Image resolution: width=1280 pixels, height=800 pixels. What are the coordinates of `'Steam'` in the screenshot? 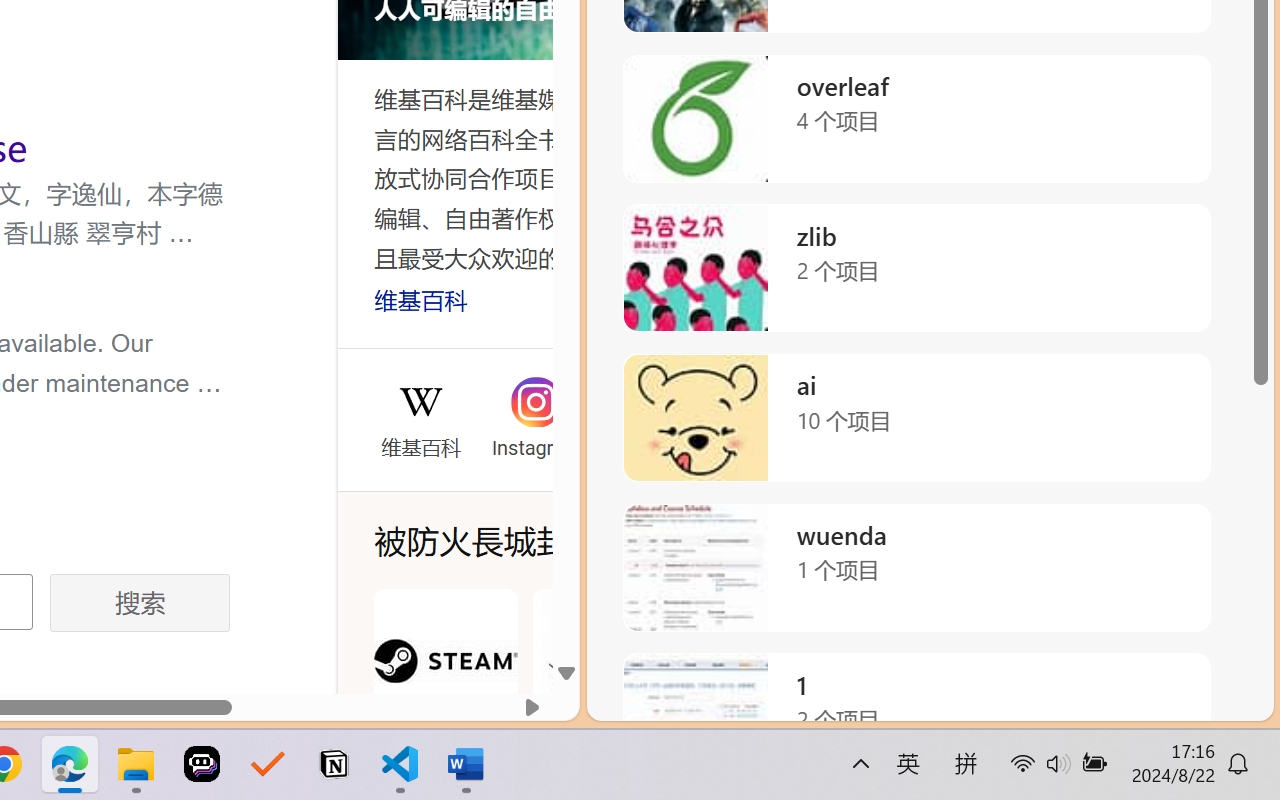 It's located at (444, 684).